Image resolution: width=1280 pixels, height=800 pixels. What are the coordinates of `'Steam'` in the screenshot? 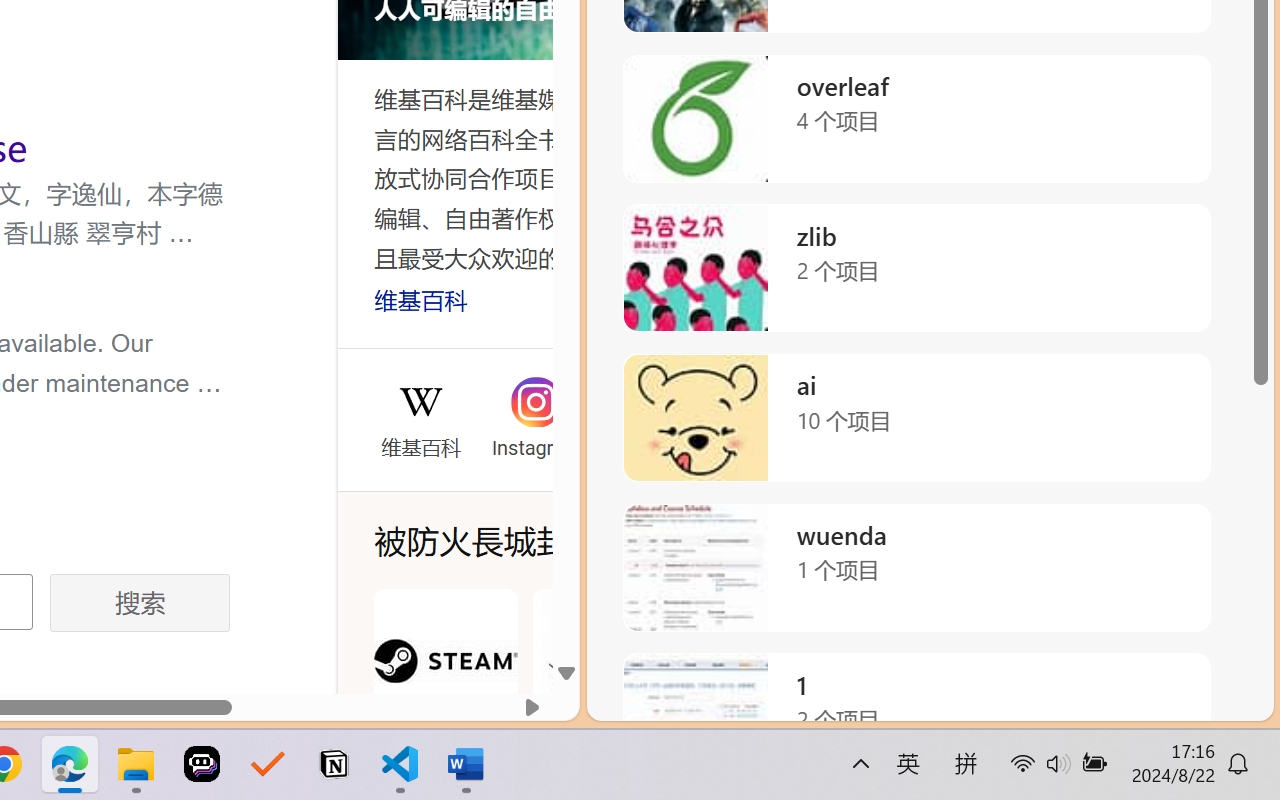 It's located at (444, 684).